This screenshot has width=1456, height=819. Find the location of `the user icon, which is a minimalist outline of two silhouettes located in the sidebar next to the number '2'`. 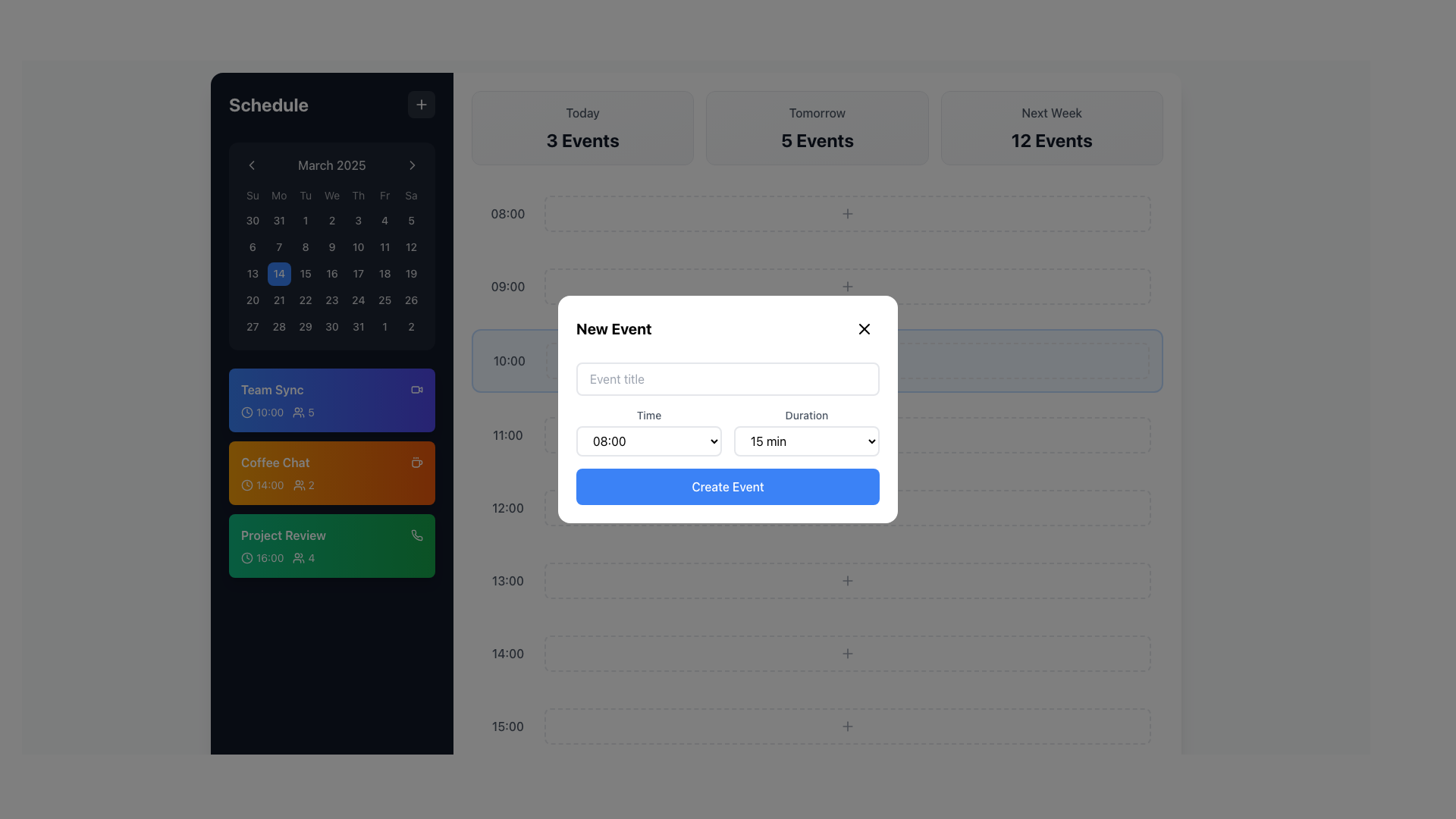

the user icon, which is a minimalist outline of two silhouettes located in the sidebar next to the number '2' is located at coordinates (299, 485).